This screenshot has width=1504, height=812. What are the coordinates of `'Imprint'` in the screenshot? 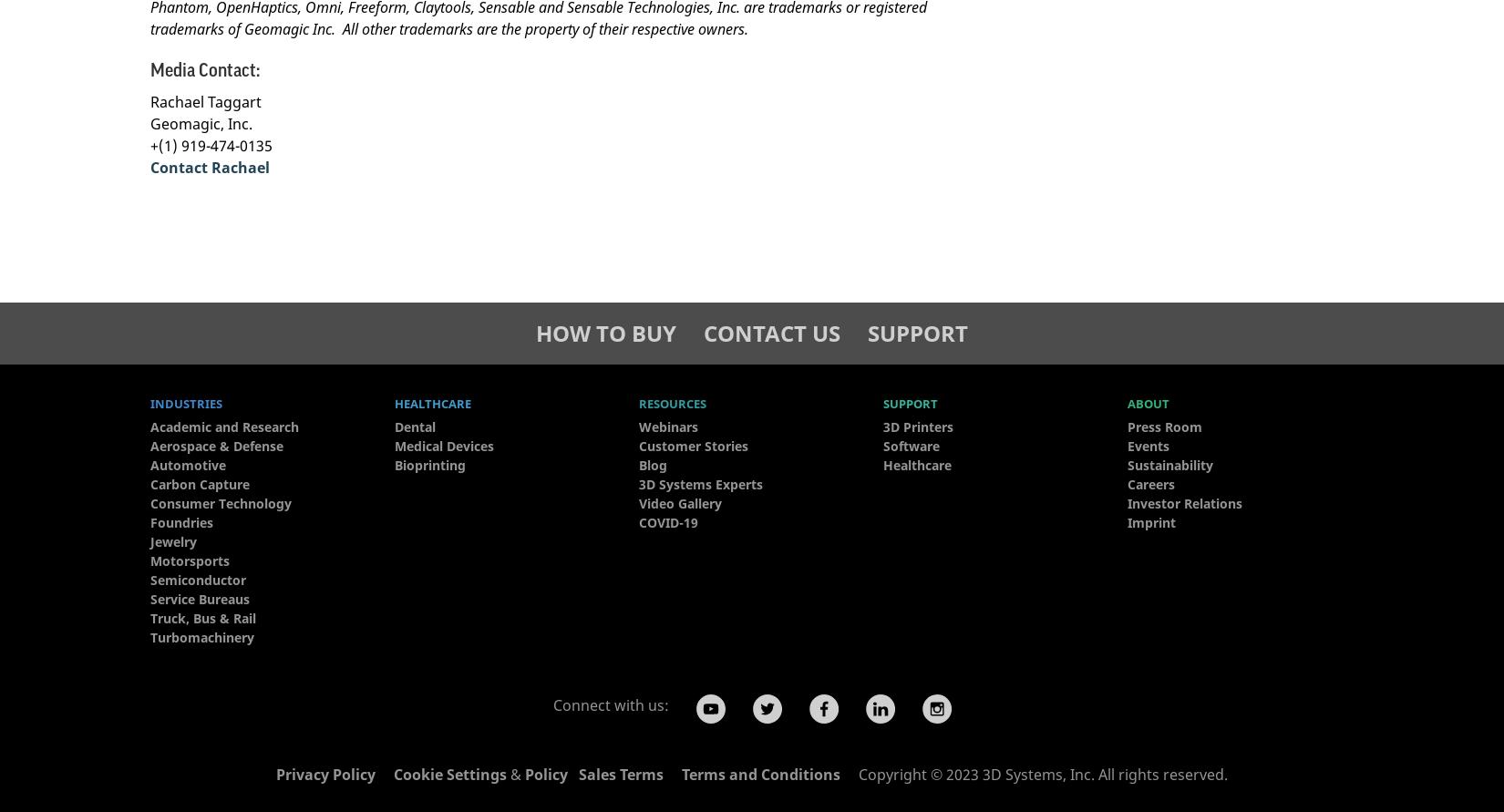 It's located at (1150, 521).